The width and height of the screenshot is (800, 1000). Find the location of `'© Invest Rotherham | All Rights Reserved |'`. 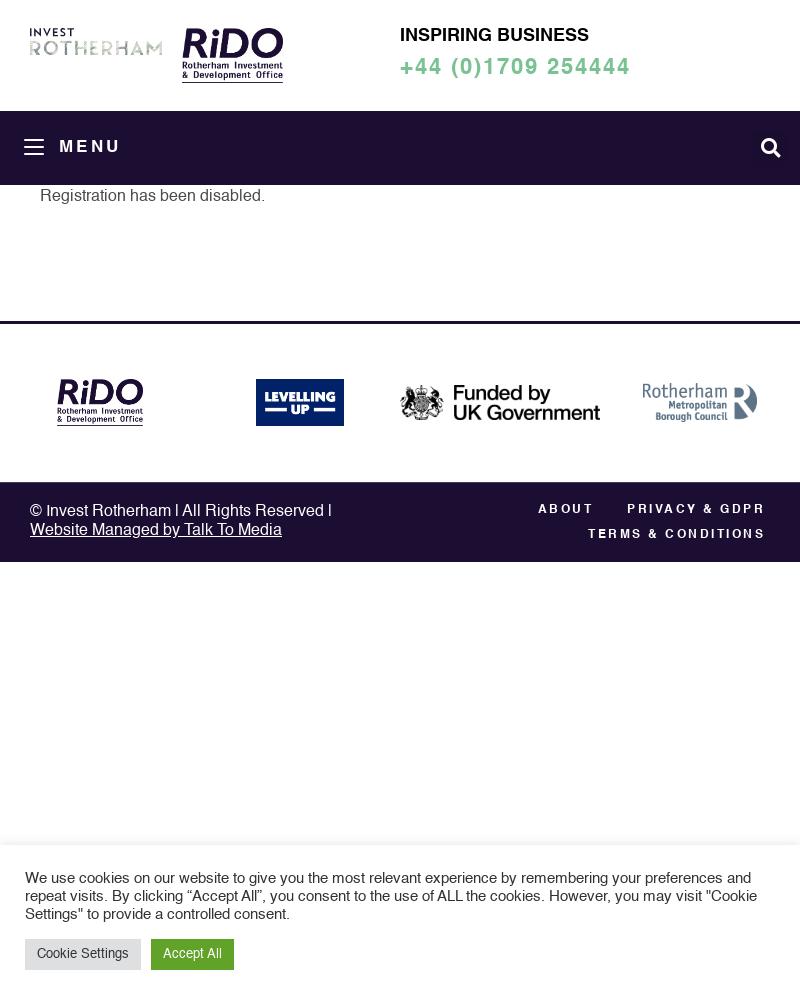

'© Invest Rotherham | All Rights Reserved |' is located at coordinates (179, 511).